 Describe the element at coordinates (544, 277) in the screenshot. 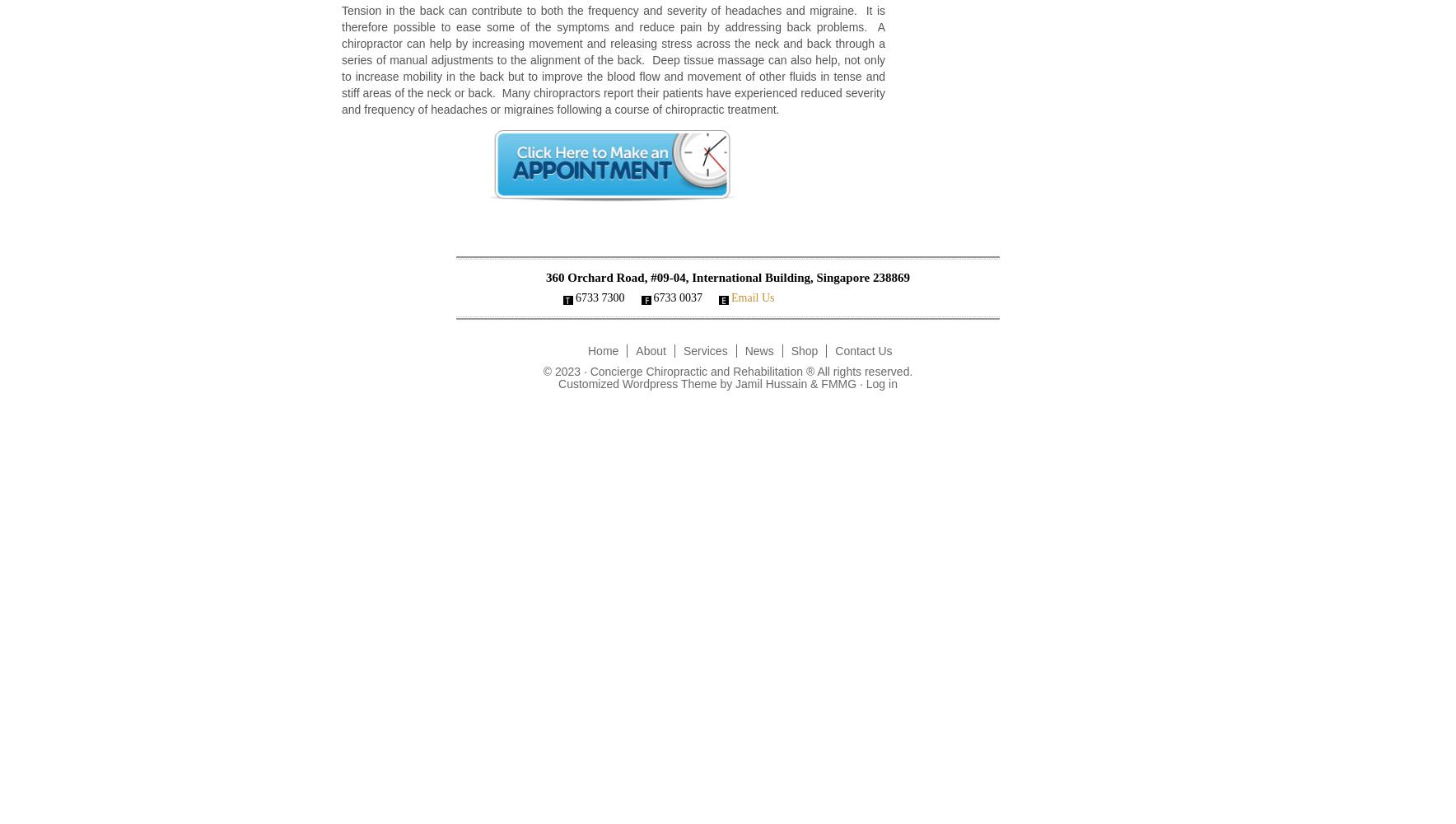

I see `'360 Orchard Road, #09-04, International Building, Singapore 238869'` at that location.